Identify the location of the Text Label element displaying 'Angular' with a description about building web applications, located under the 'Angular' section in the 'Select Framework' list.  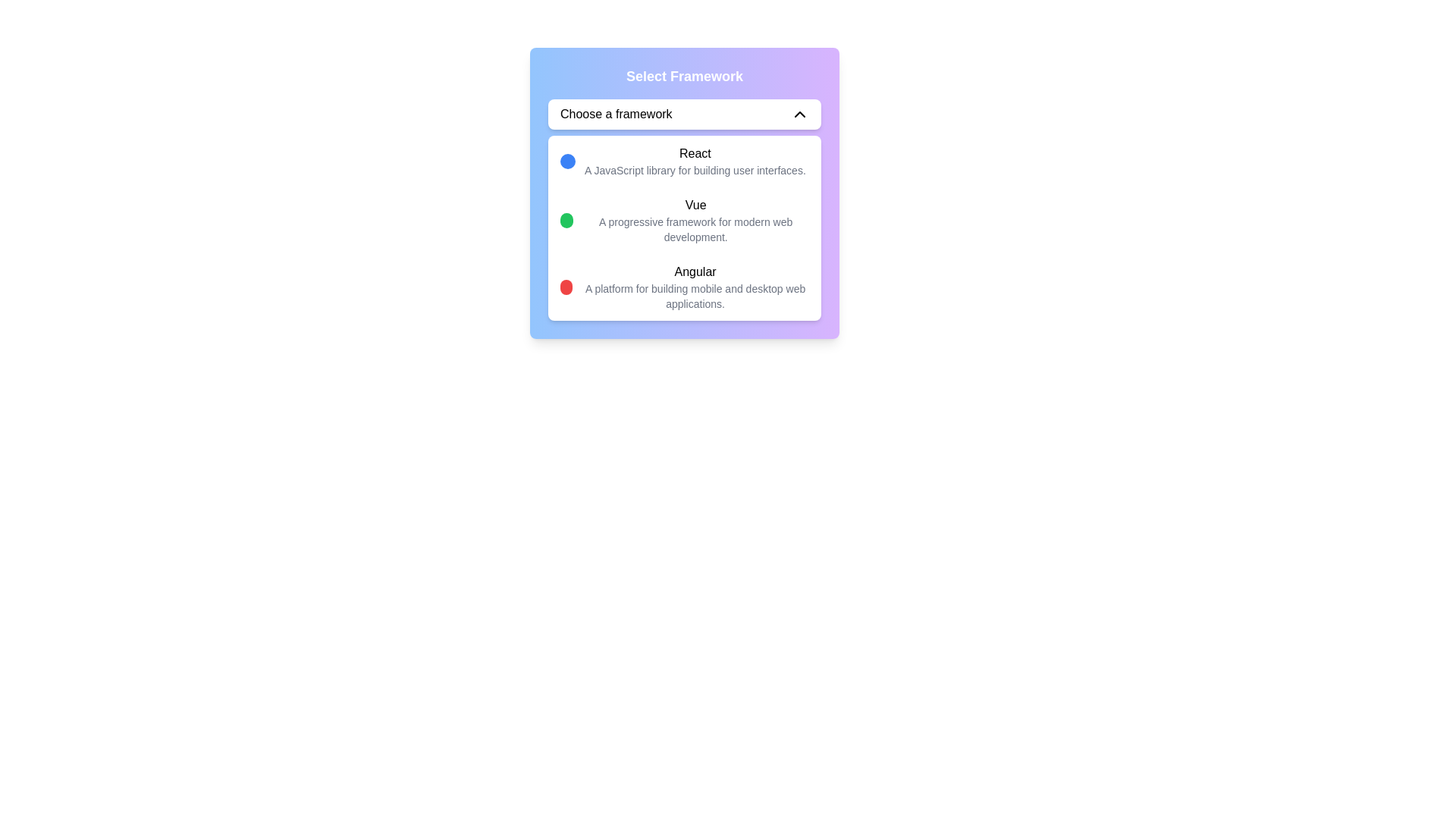
(694, 287).